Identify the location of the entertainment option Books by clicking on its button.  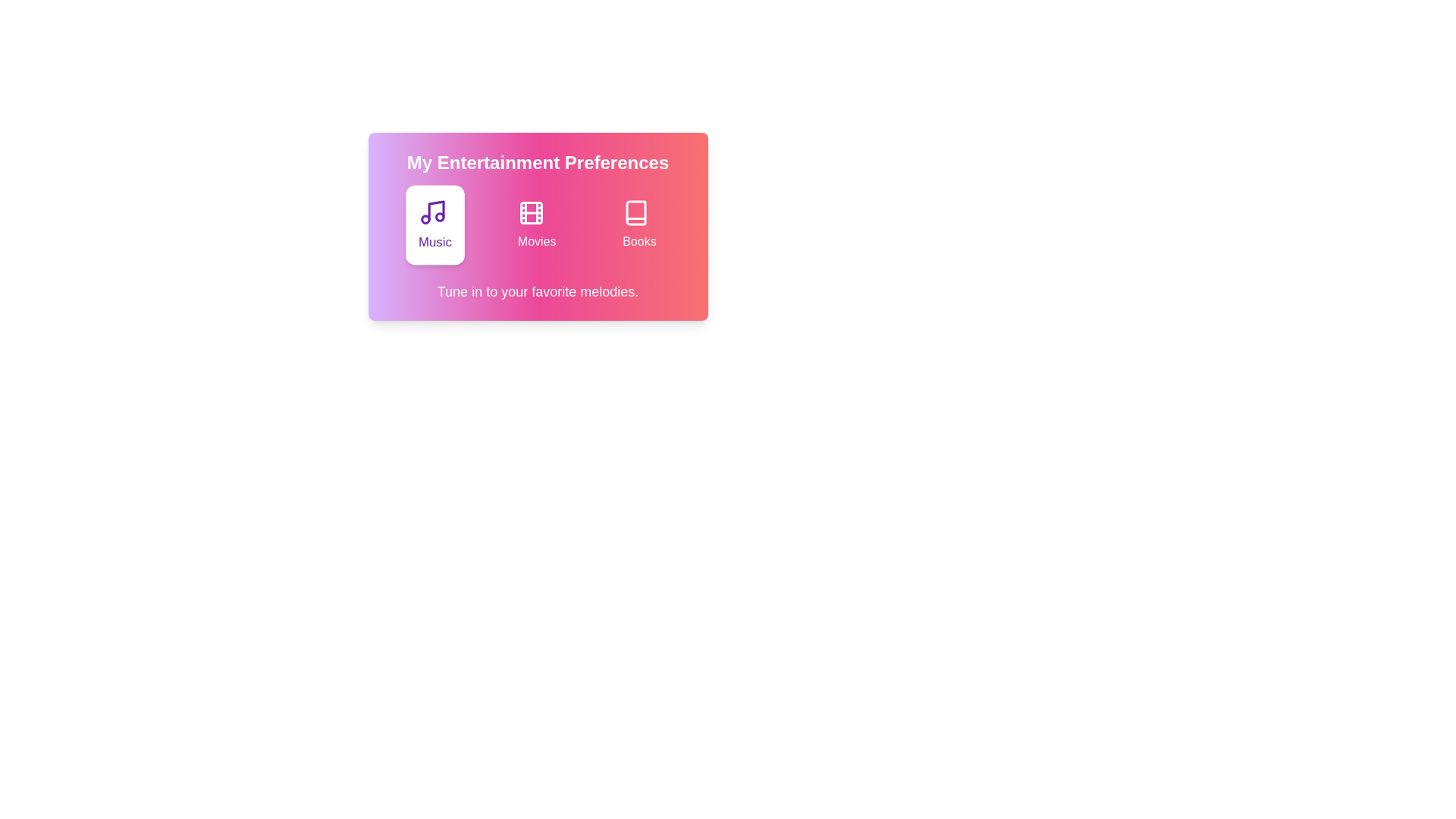
(639, 225).